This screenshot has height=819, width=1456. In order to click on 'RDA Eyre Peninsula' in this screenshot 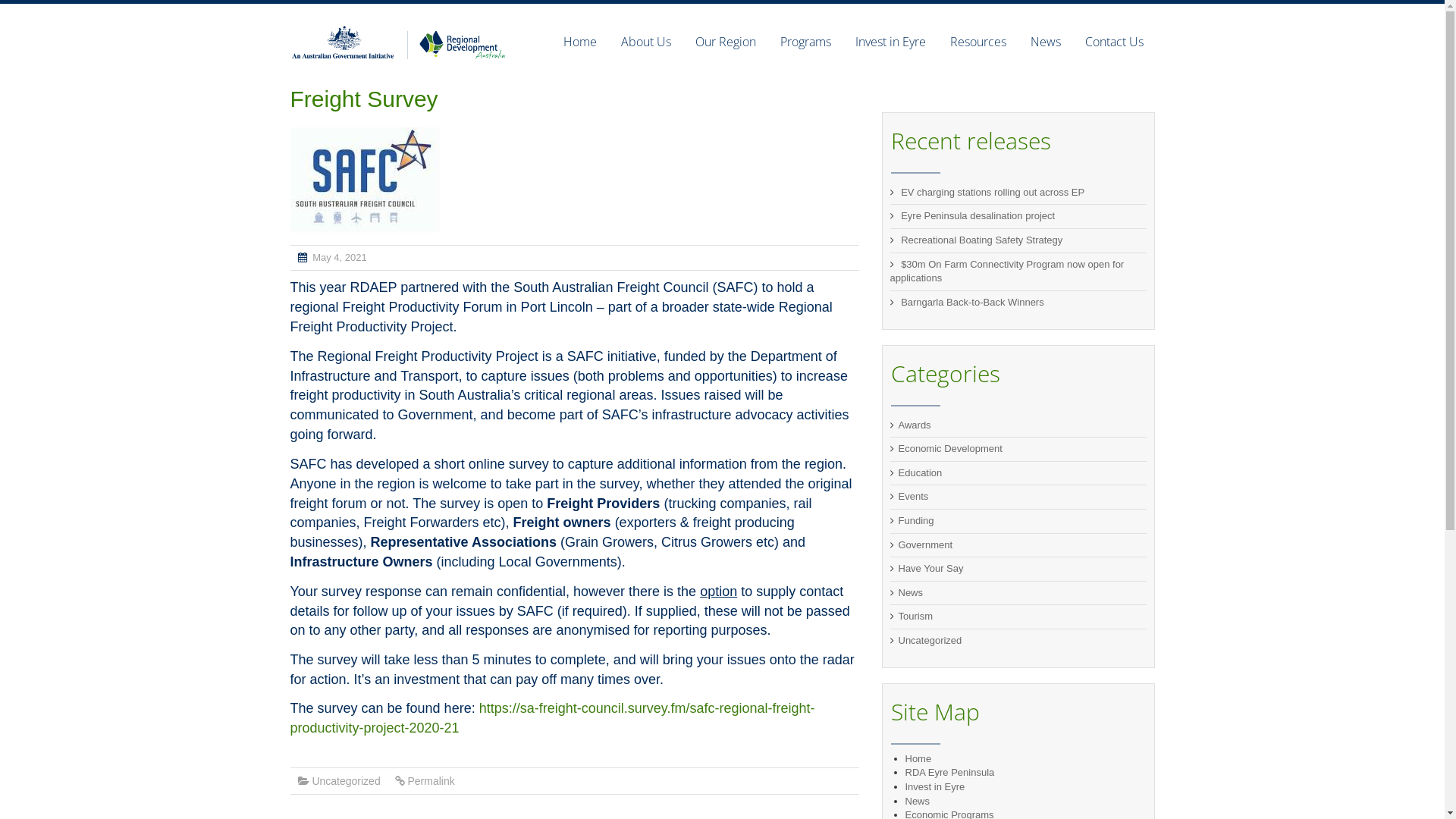, I will do `click(949, 772)`.